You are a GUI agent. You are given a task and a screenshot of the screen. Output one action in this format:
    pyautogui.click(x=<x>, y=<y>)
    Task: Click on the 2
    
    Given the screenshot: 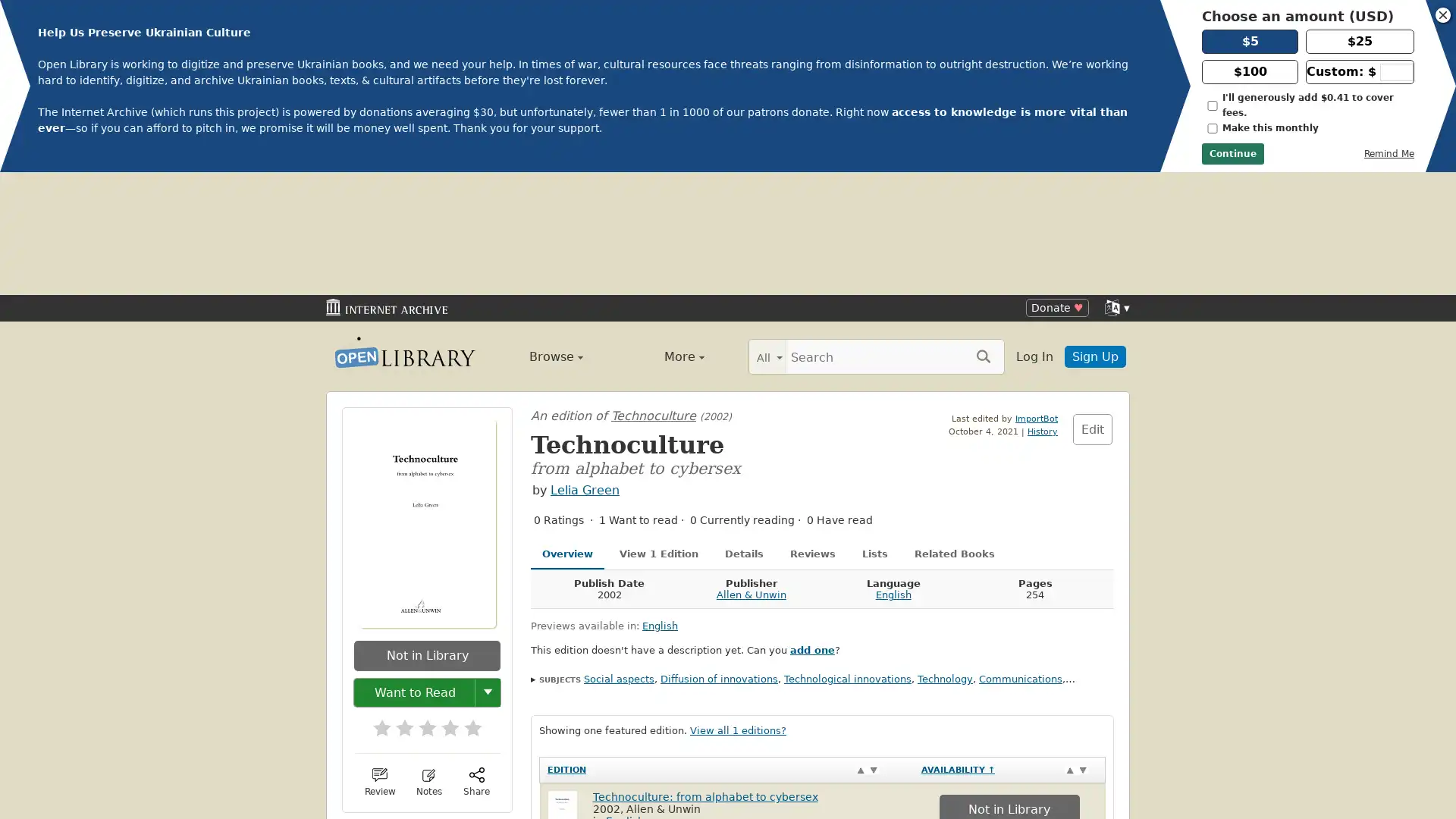 What is the action you would take?
    pyautogui.click(x=397, y=599)
    